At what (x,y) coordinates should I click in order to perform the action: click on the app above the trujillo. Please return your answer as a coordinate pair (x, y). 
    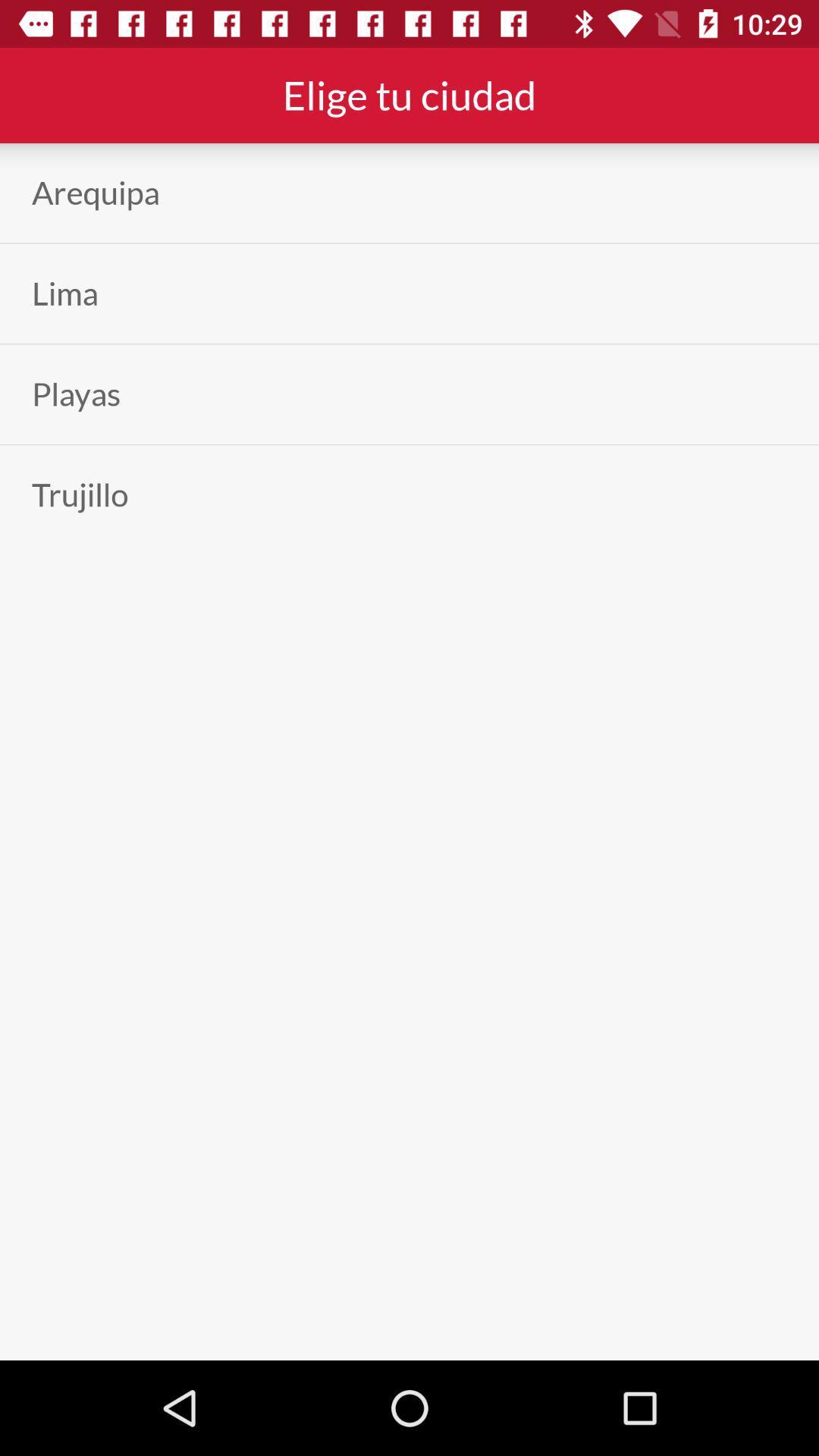
    Looking at the image, I should click on (76, 394).